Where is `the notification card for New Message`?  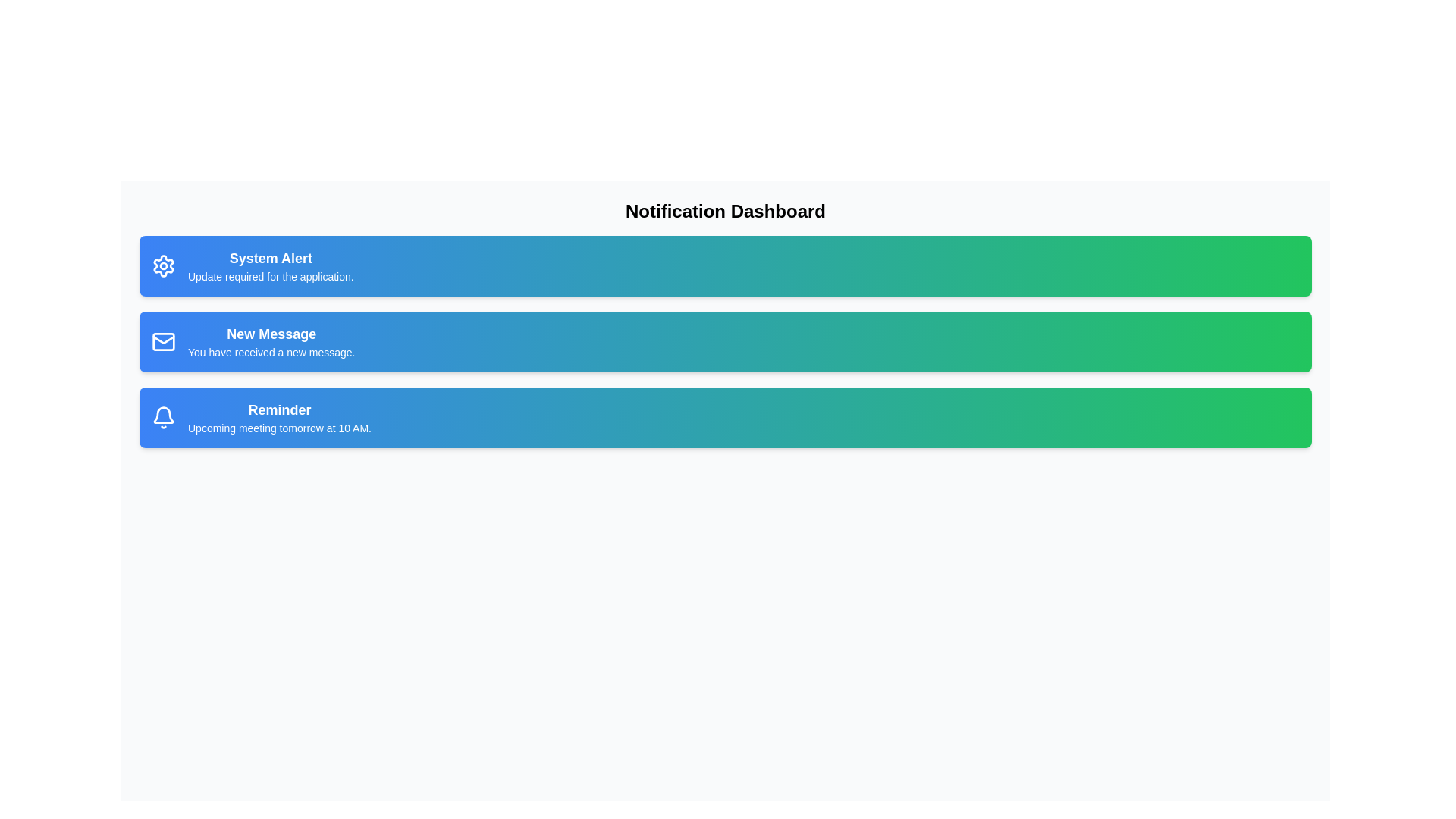
the notification card for New Message is located at coordinates (724, 342).